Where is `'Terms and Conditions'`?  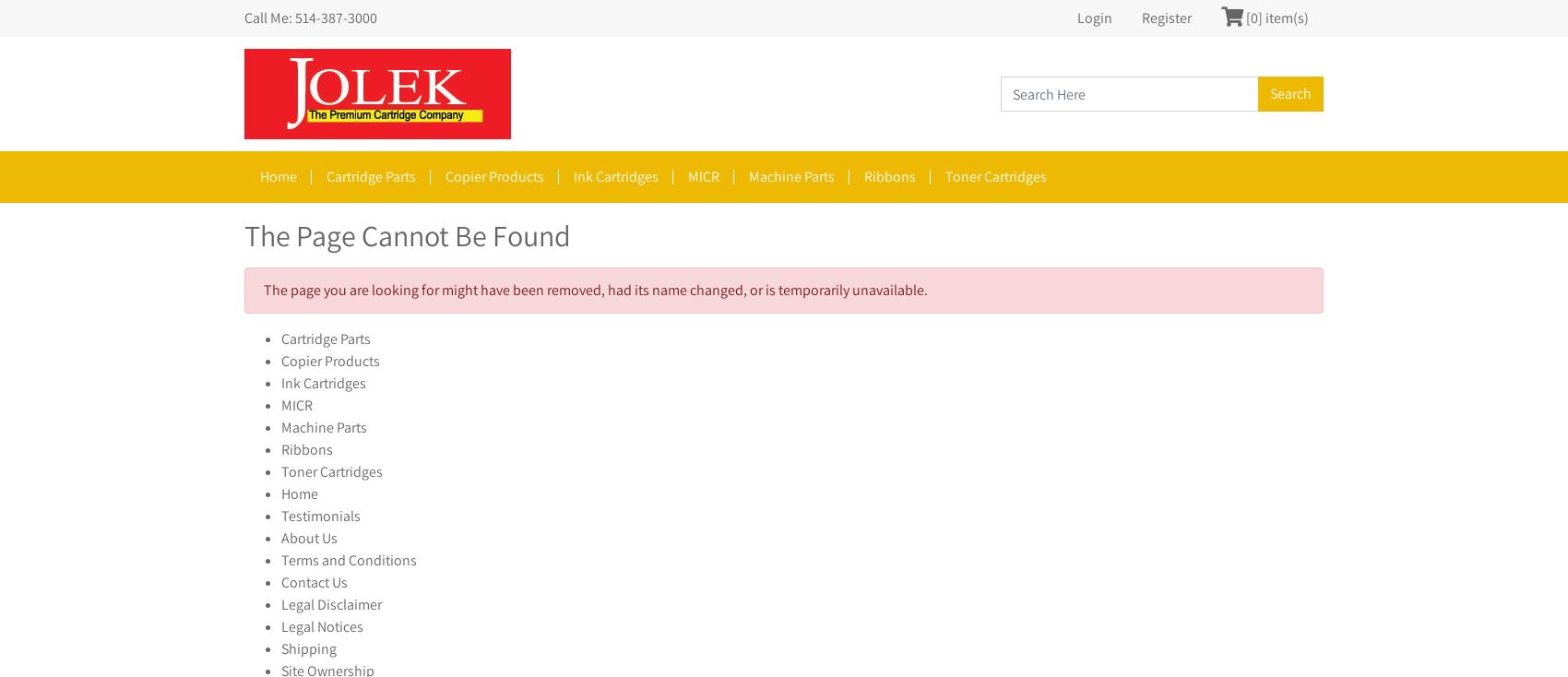 'Terms and Conditions' is located at coordinates (348, 560).